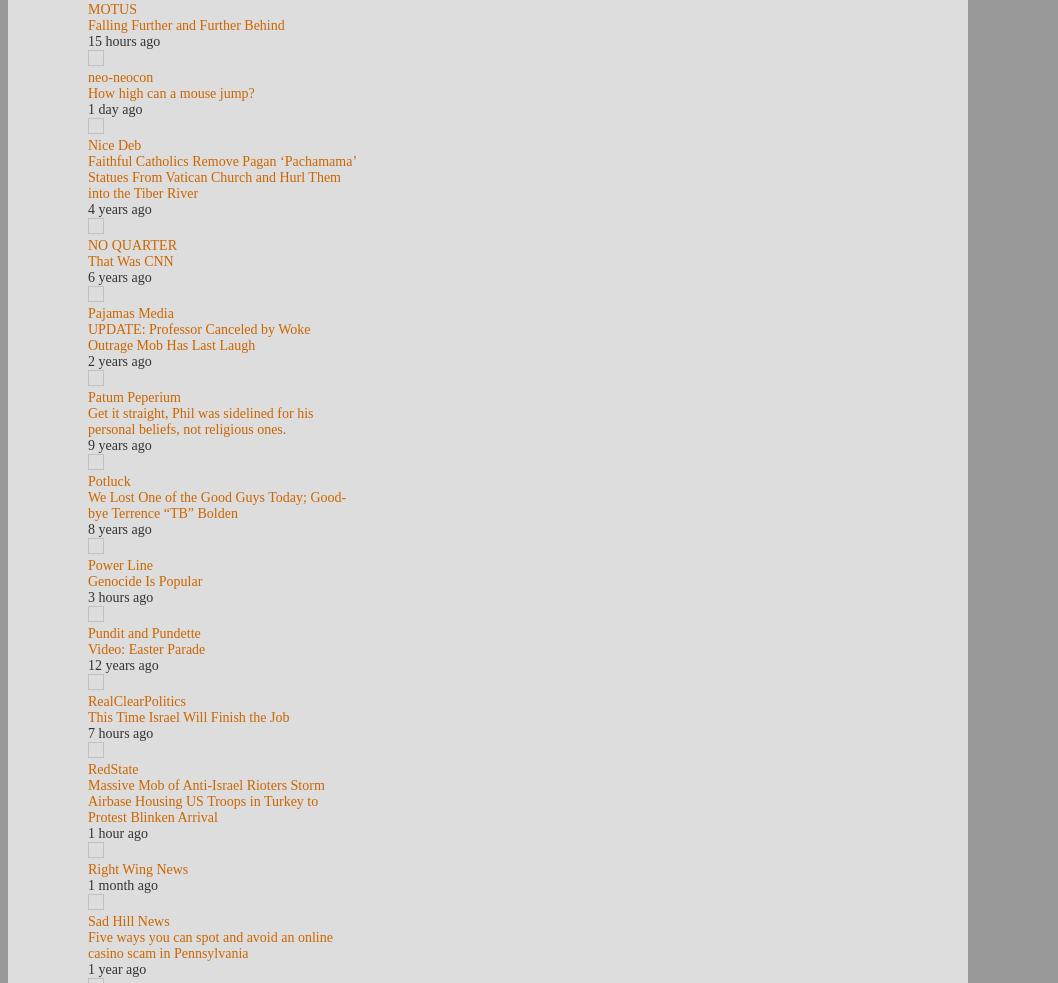 This screenshot has height=983, width=1058. What do you see at coordinates (129, 313) in the screenshot?
I see `'Pajamas Media'` at bounding box center [129, 313].